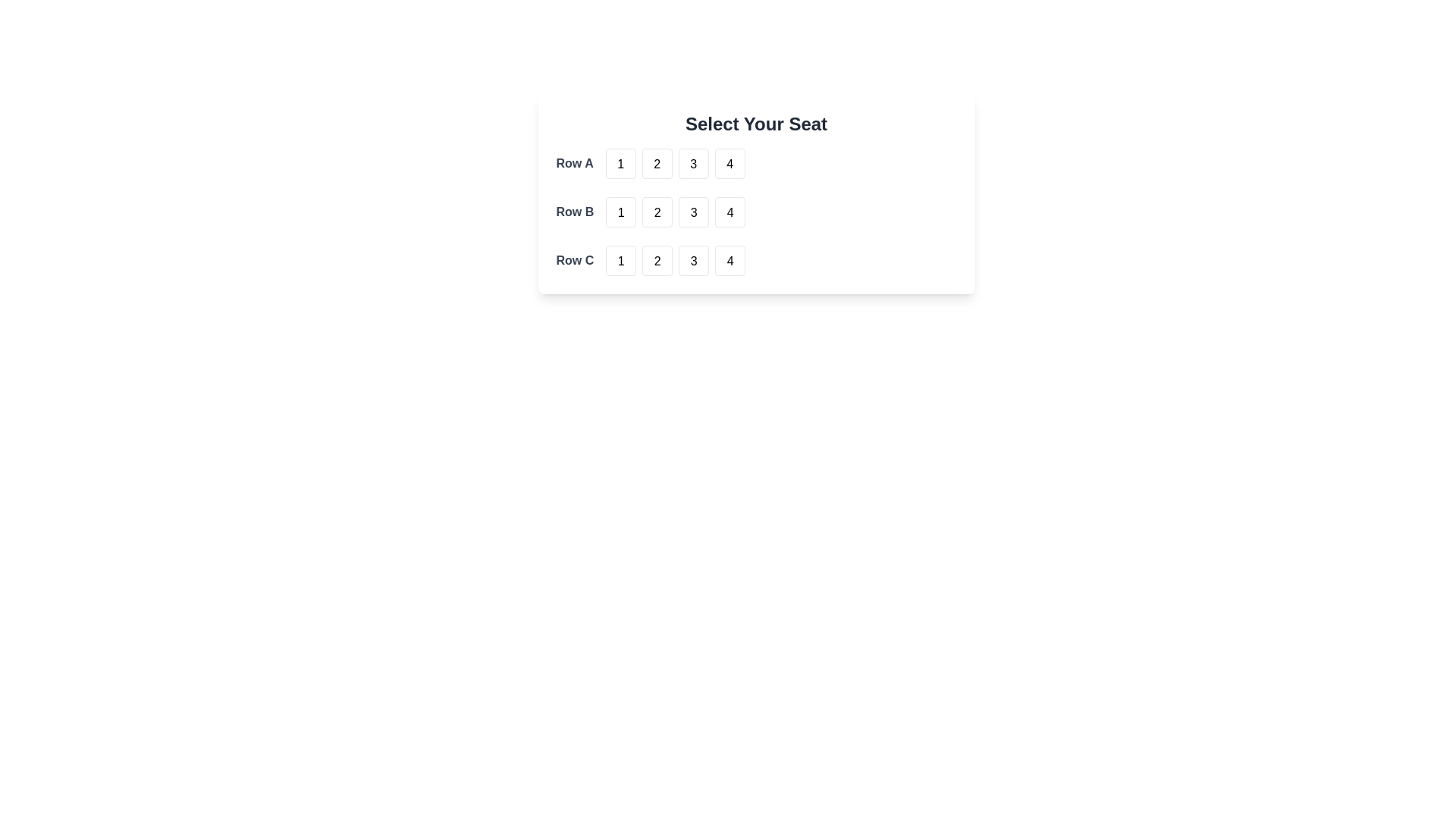  I want to click on one of the interactive buttons within the seating selection interface titled 'Select Your Seat', so click(756, 193).